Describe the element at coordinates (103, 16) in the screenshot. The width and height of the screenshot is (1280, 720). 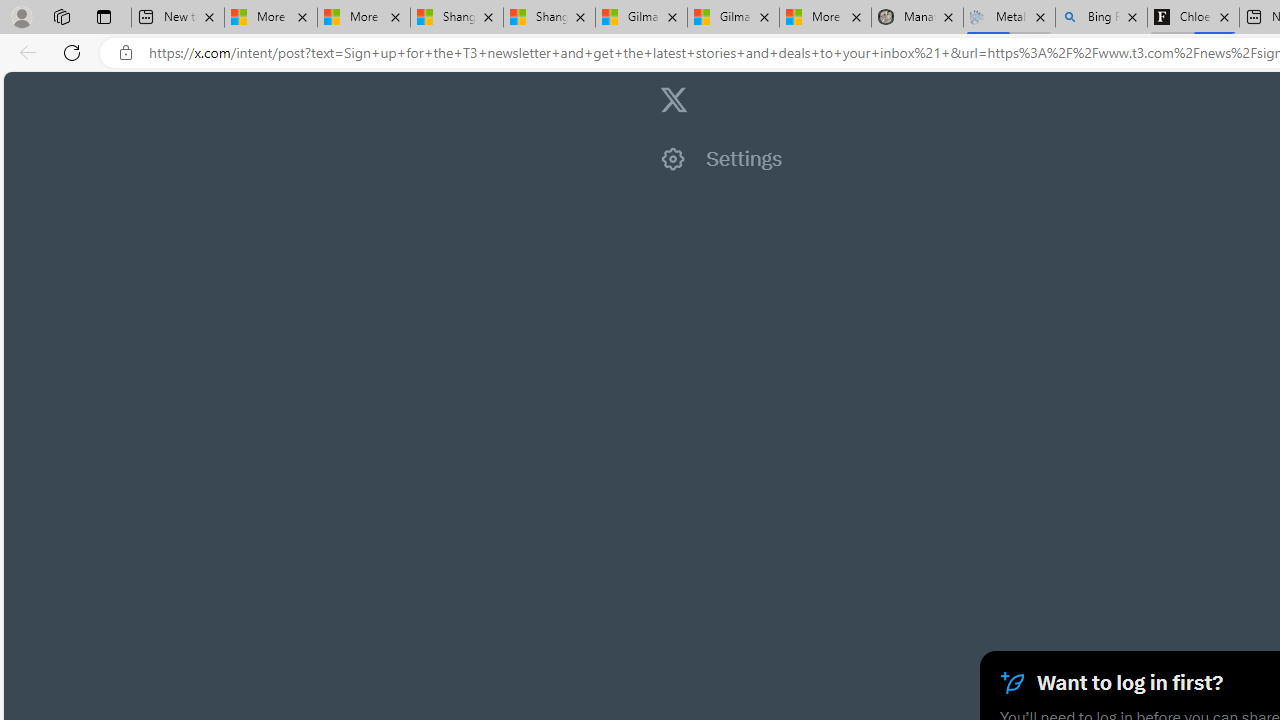
I see `'Tab actions menu'` at that location.